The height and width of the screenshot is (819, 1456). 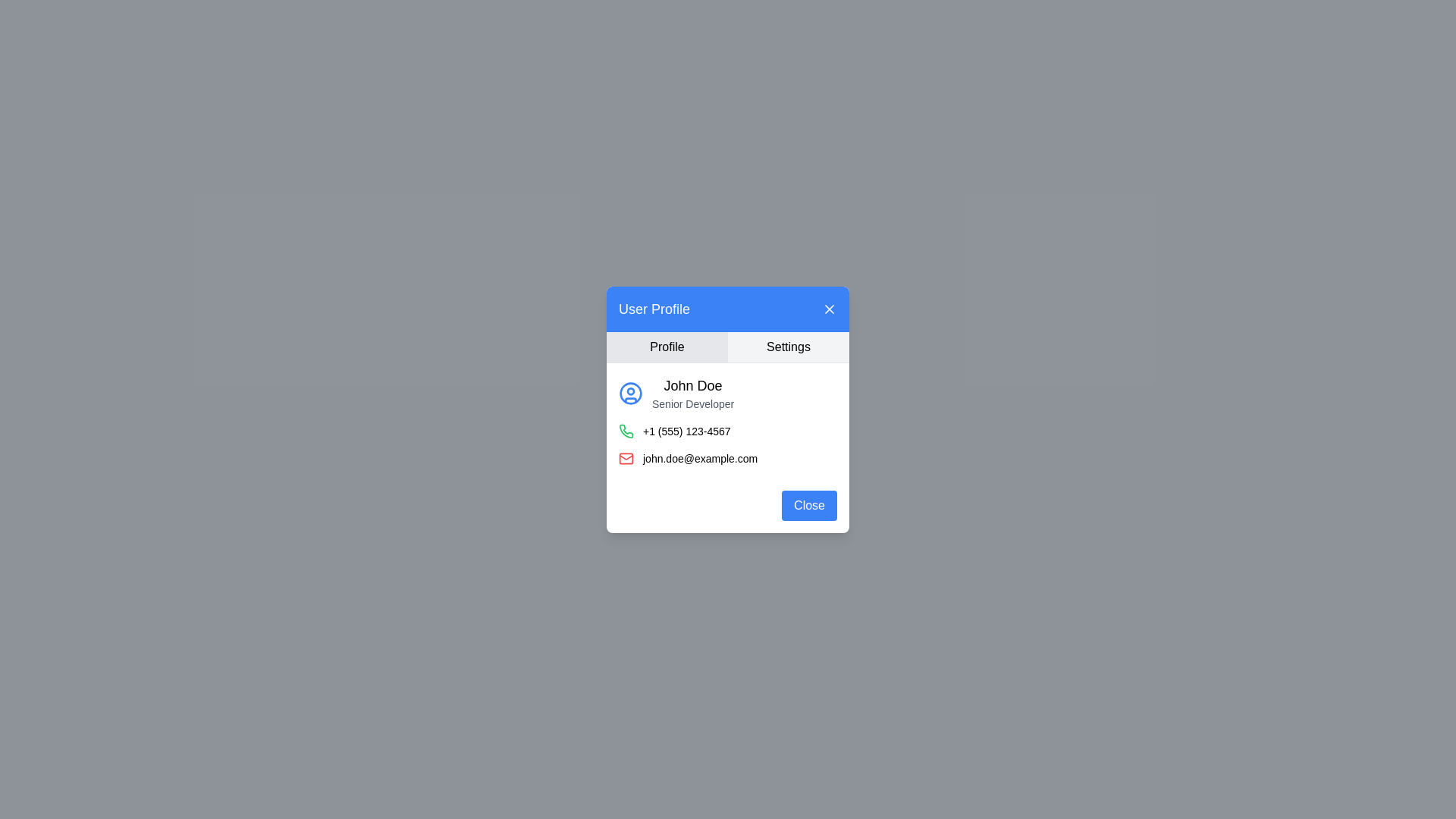 What do you see at coordinates (686, 431) in the screenshot?
I see `the phone number text label, which is styled in a small-sized font and located to the right of a green phone icon` at bounding box center [686, 431].